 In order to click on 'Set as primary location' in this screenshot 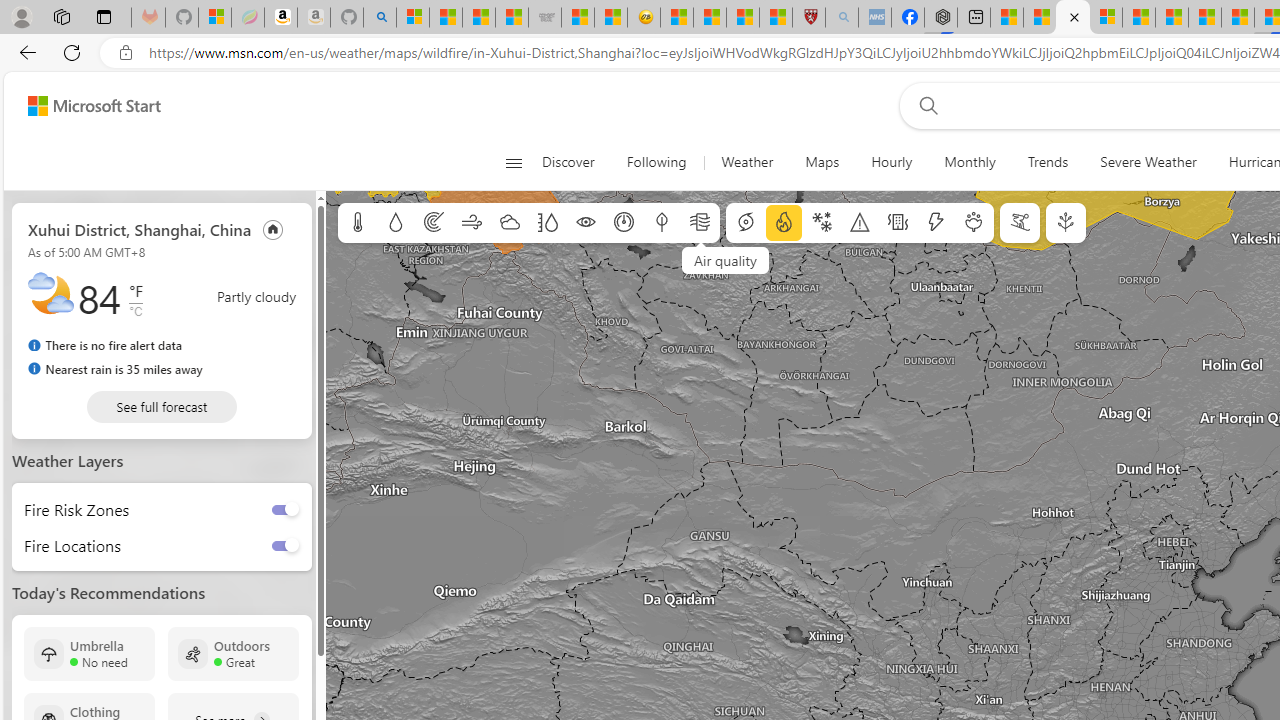, I will do `click(272, 228)`.